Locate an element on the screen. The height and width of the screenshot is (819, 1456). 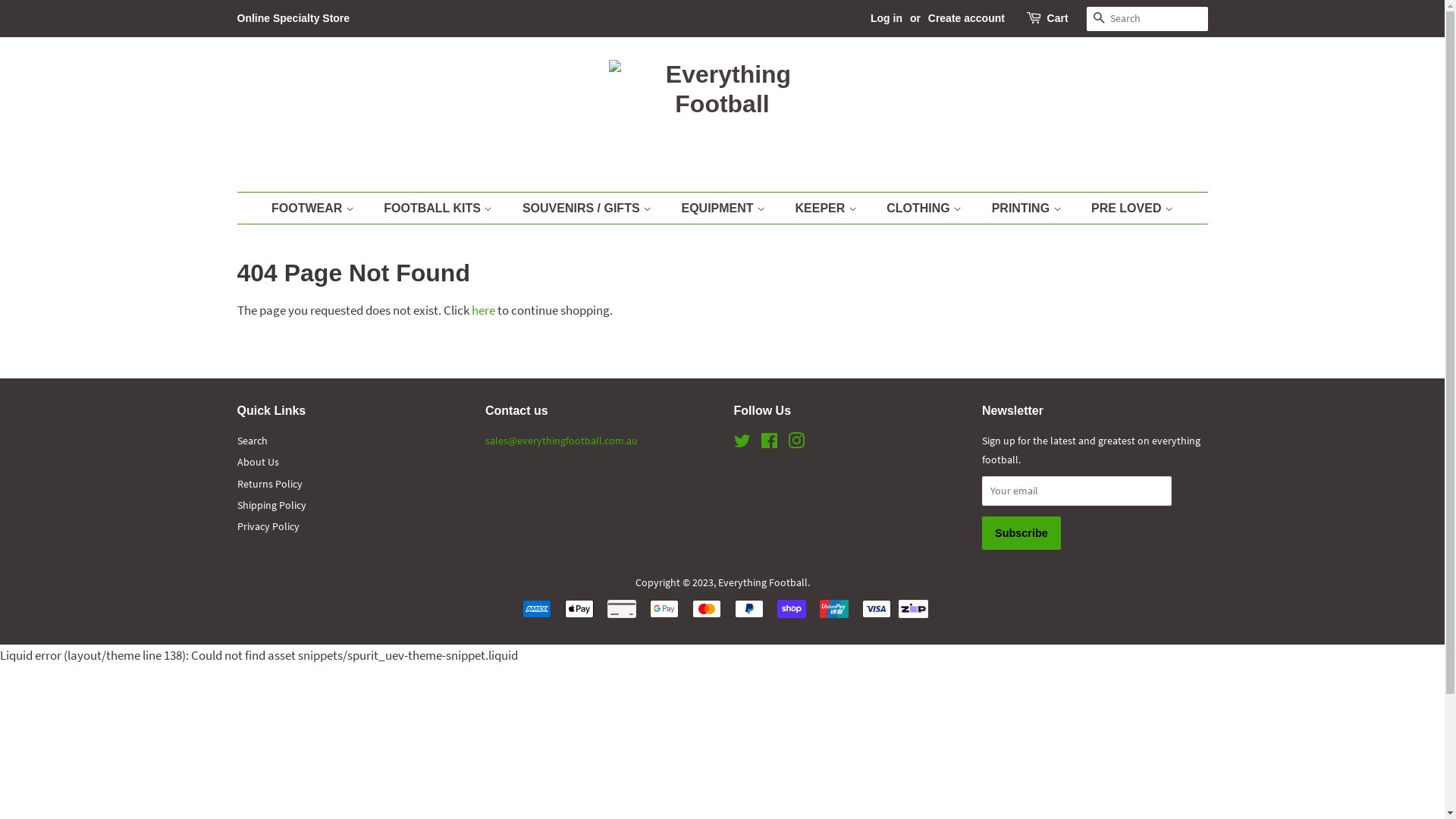
'Facebook' is located at coordinates (768, 444).